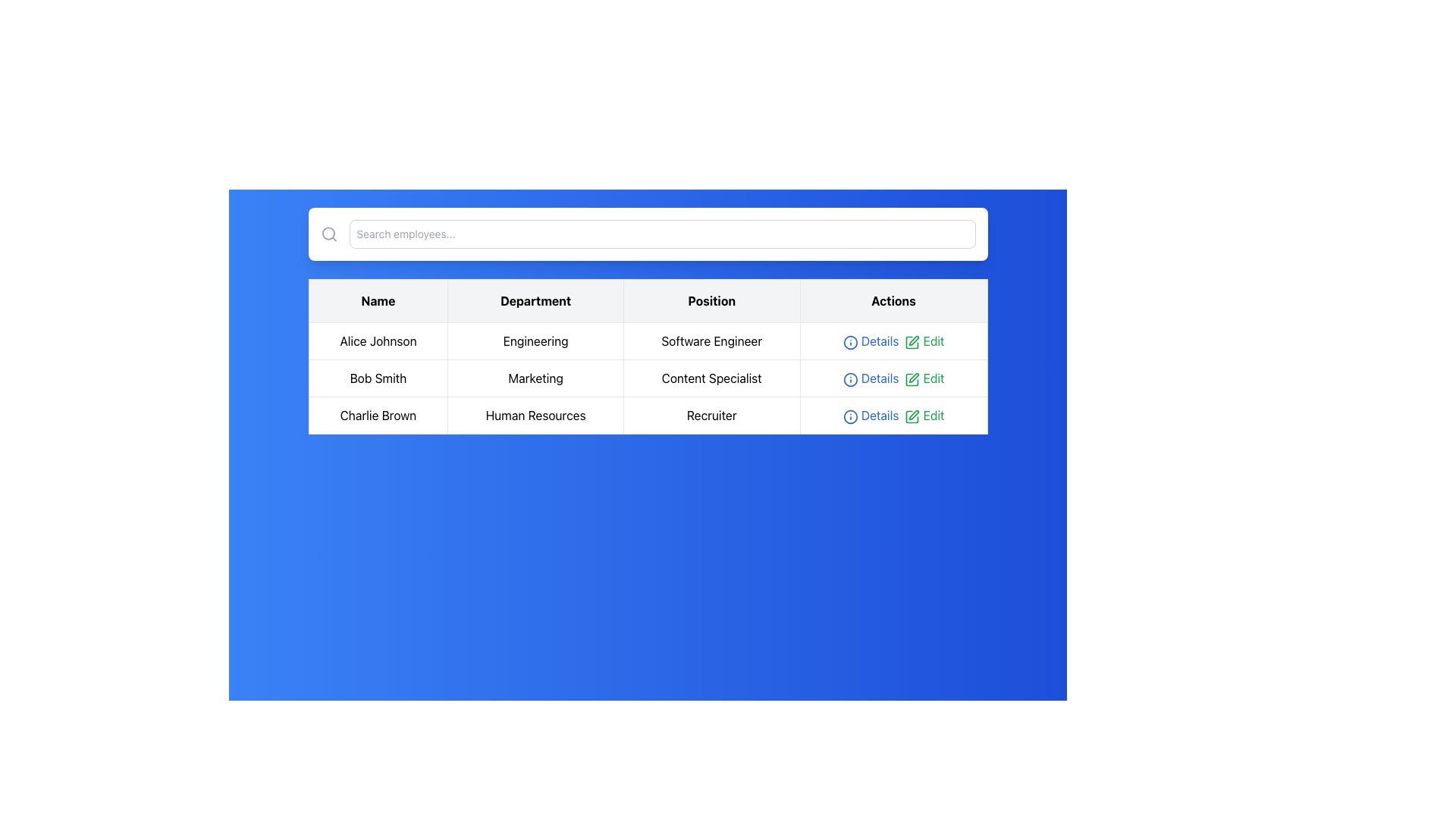 The height and width of the screenshot is (819, 1456). I want to click on the edit button in the Actions column of the first row, so click(924, 341).